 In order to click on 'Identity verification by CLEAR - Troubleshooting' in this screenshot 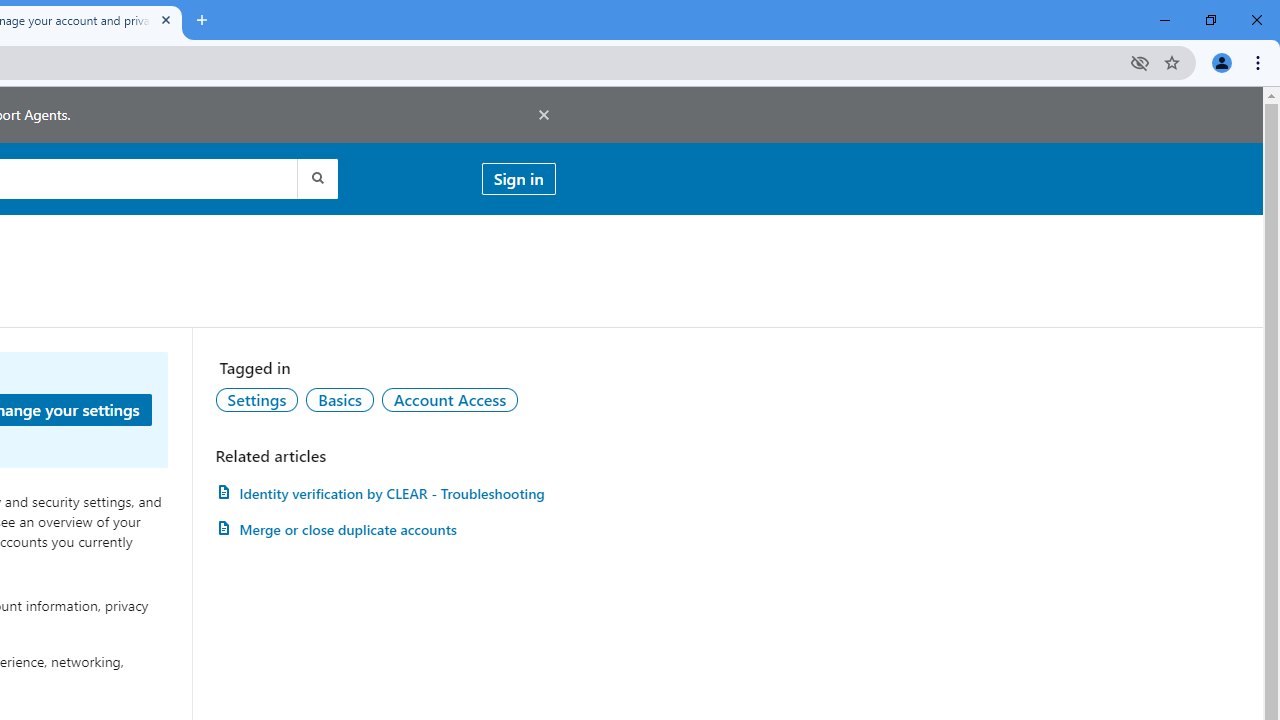, I will do `click(385, 493)`.